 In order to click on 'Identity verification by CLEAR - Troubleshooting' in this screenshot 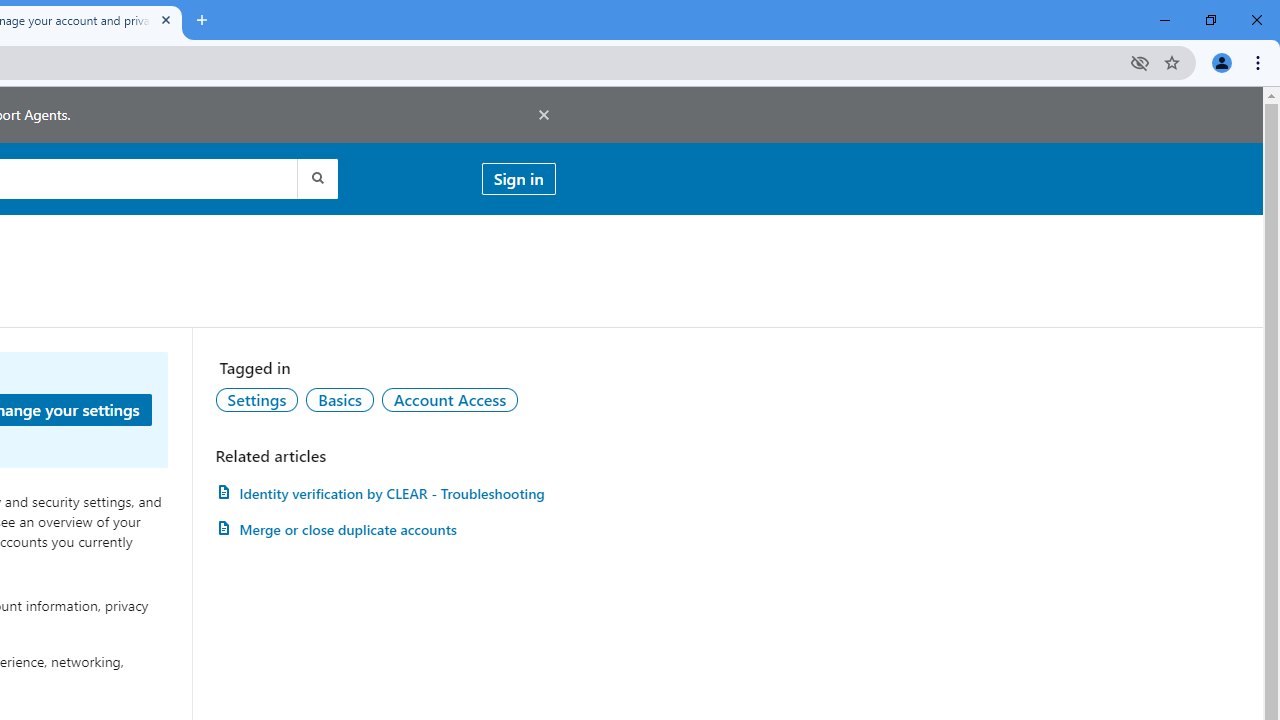, I will do `click(385, 493)`.